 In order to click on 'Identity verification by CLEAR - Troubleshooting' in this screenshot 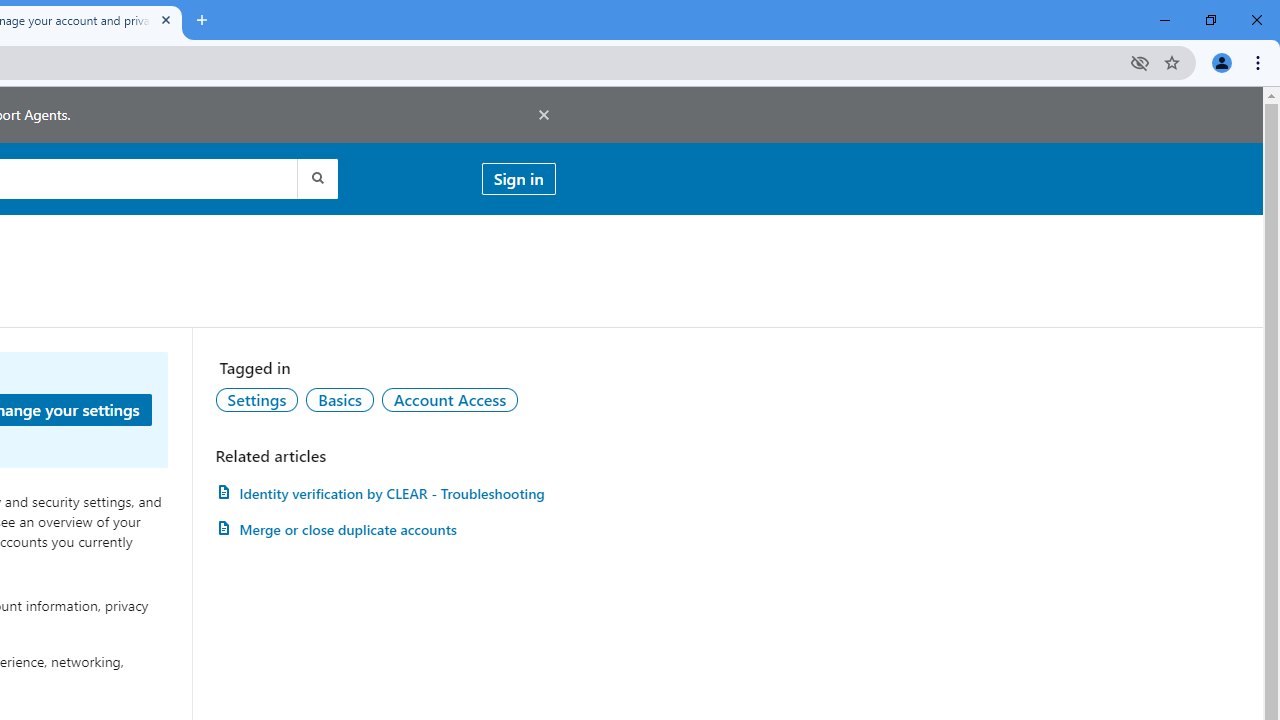, I will do `click(385, 493)`.